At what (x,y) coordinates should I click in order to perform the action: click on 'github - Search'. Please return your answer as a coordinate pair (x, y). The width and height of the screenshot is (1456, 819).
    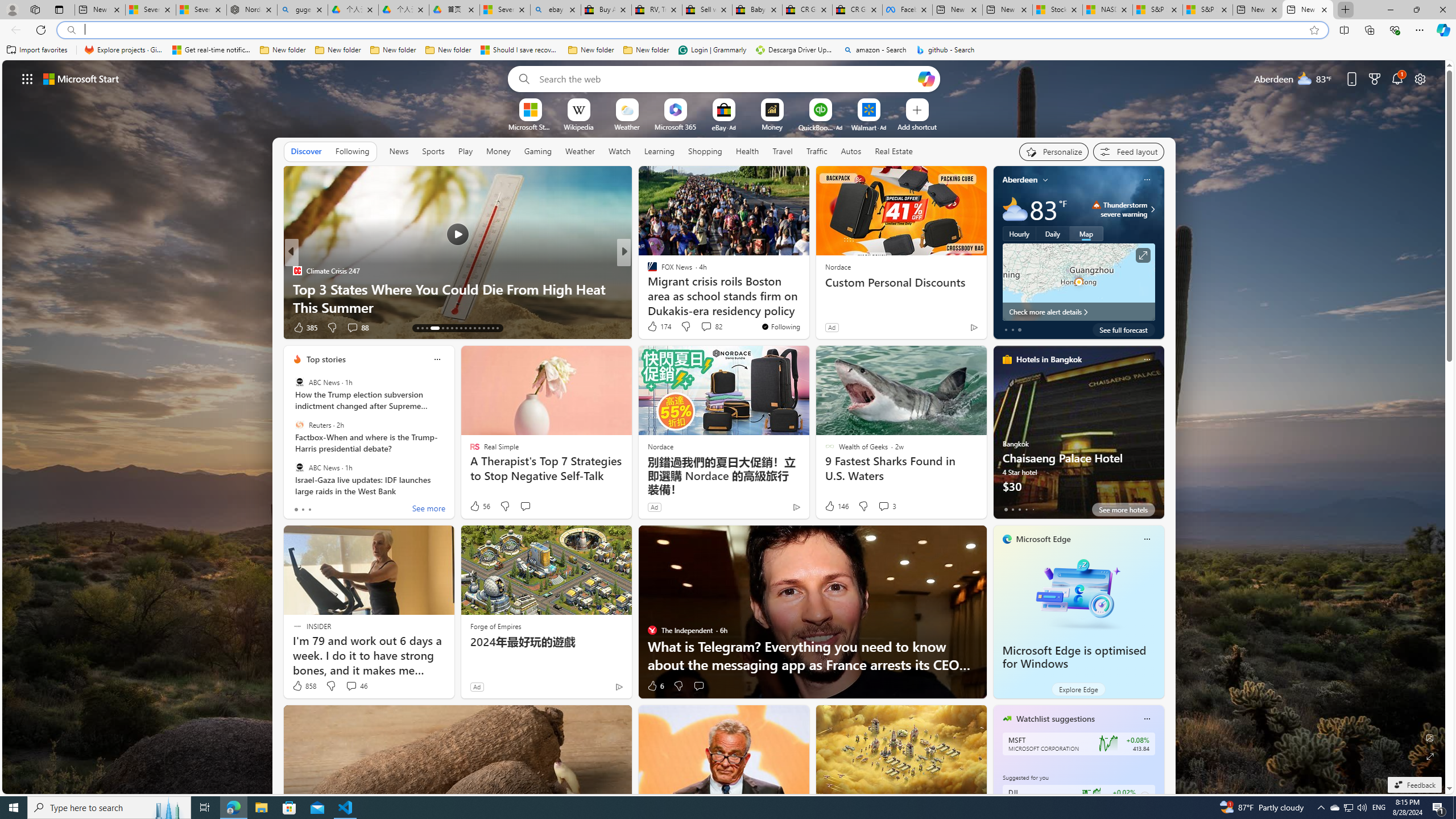
    Looking at the image, I should click on (945, 49).